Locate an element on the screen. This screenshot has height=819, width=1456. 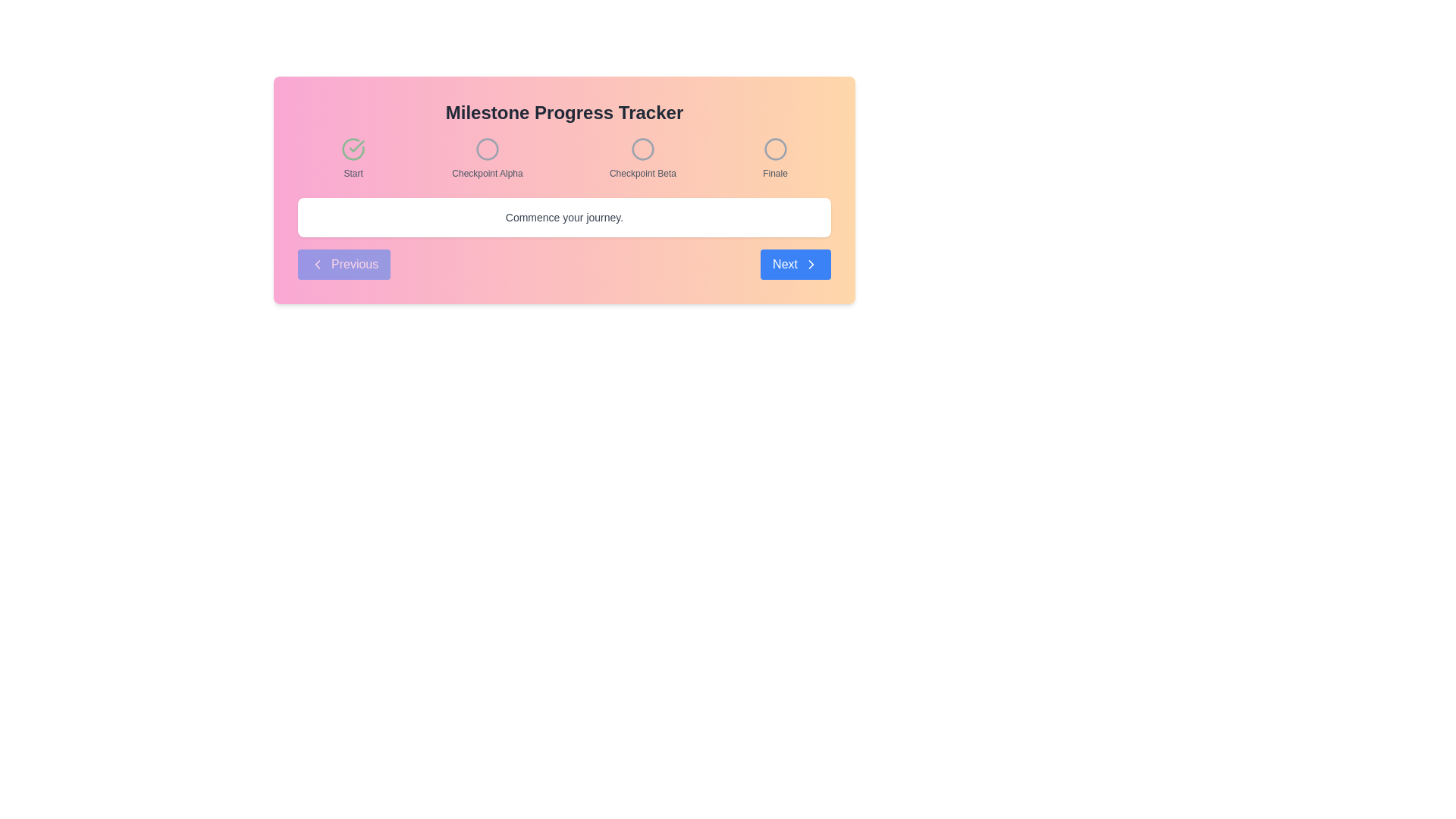
the text label displaying 'Checkpoint Beta', which is styled in a small light gray font and positioned directly below the third circular icon in a progress tracker layout is located at coordinates (642, 172).